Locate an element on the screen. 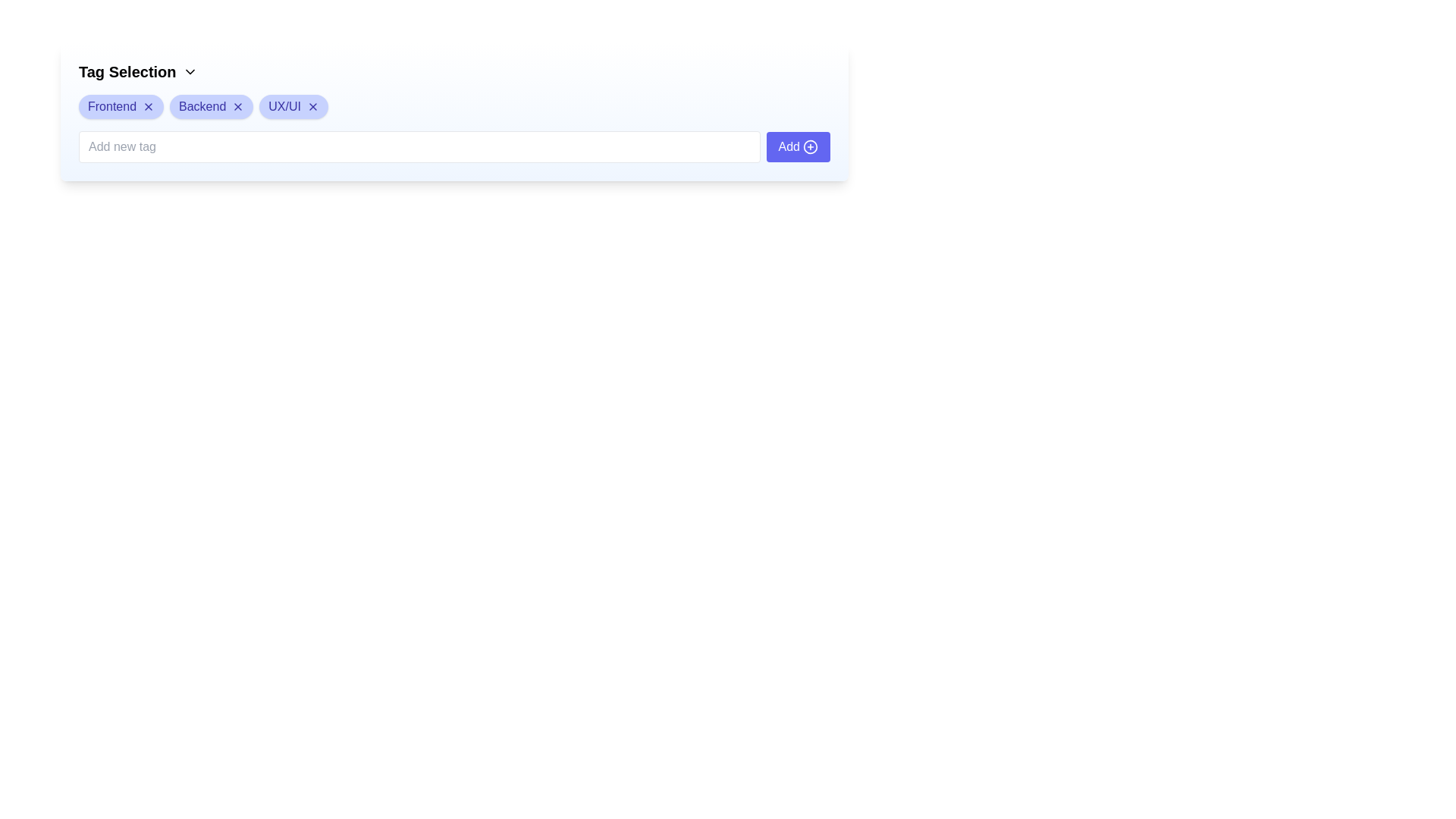 The image size is (1456, 819). the 'Frontend' tag is located at coordinates (120, 106).